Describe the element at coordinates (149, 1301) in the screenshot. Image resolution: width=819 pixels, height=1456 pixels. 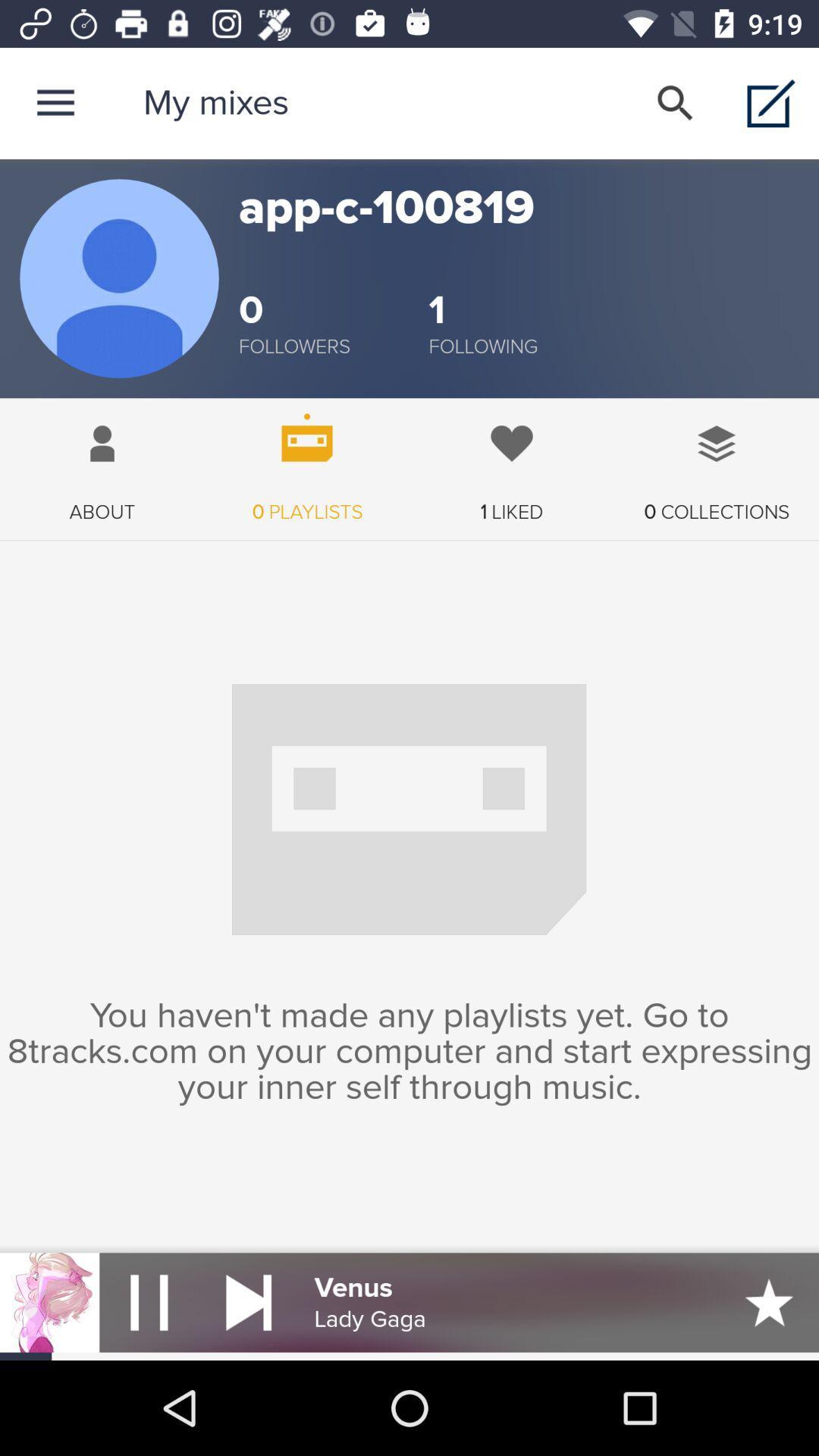
I see `the pause icon` at that location.